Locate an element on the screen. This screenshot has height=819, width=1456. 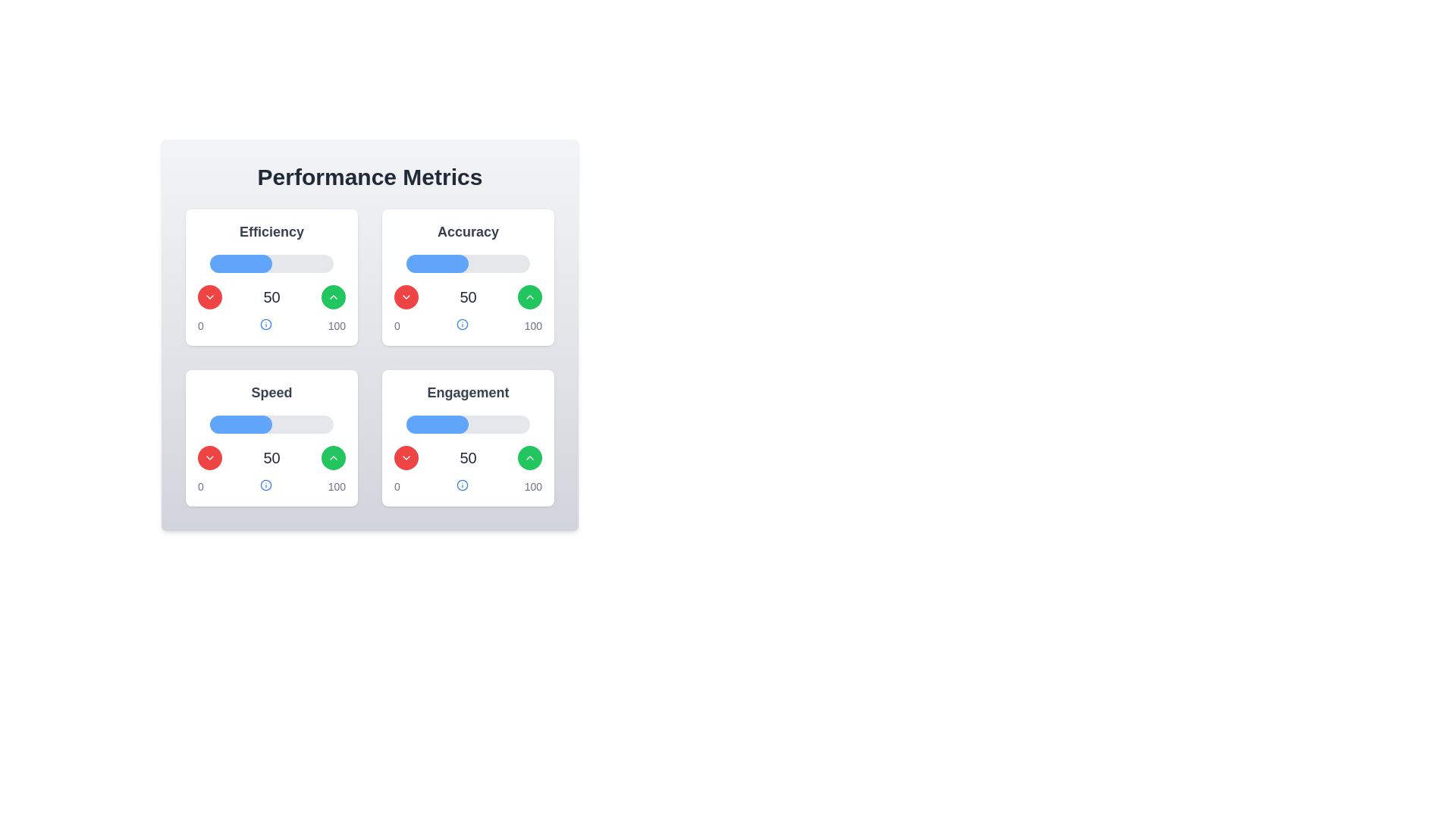
the progress bar or slider is located at coordinates (258, 424).